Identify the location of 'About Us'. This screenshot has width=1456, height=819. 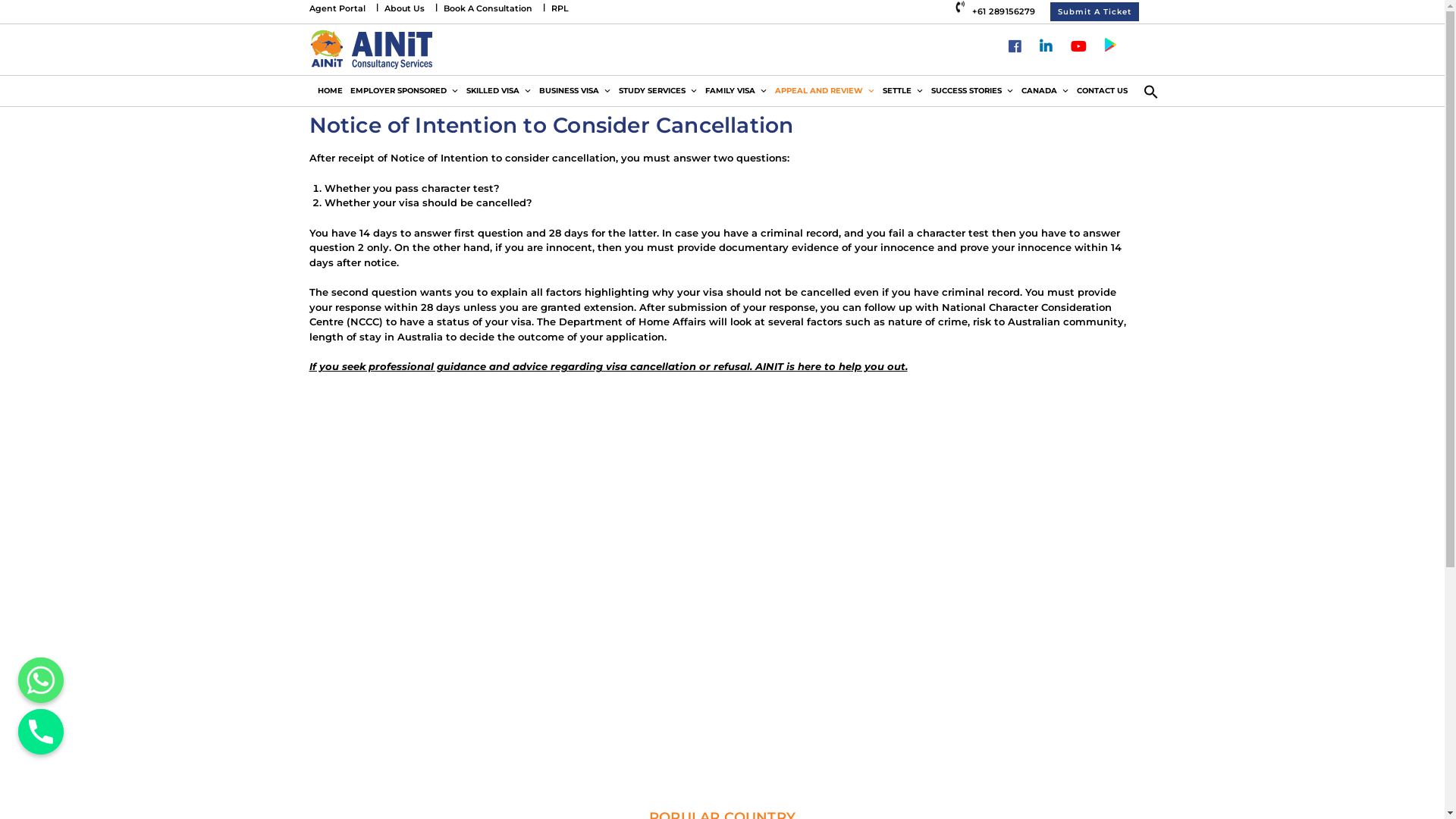
(403, 8).